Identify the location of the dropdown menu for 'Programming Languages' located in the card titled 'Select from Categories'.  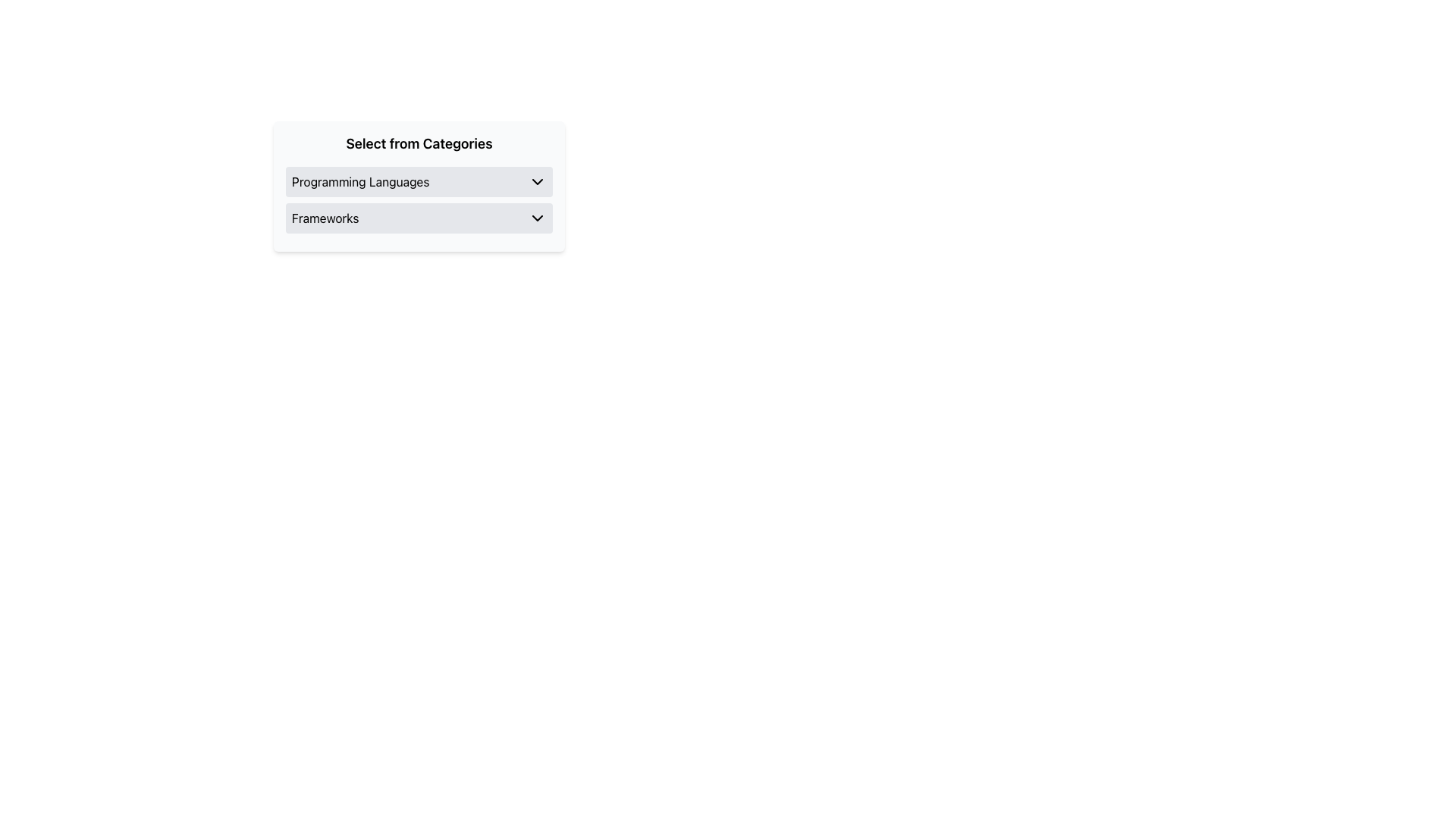
(419, 180).